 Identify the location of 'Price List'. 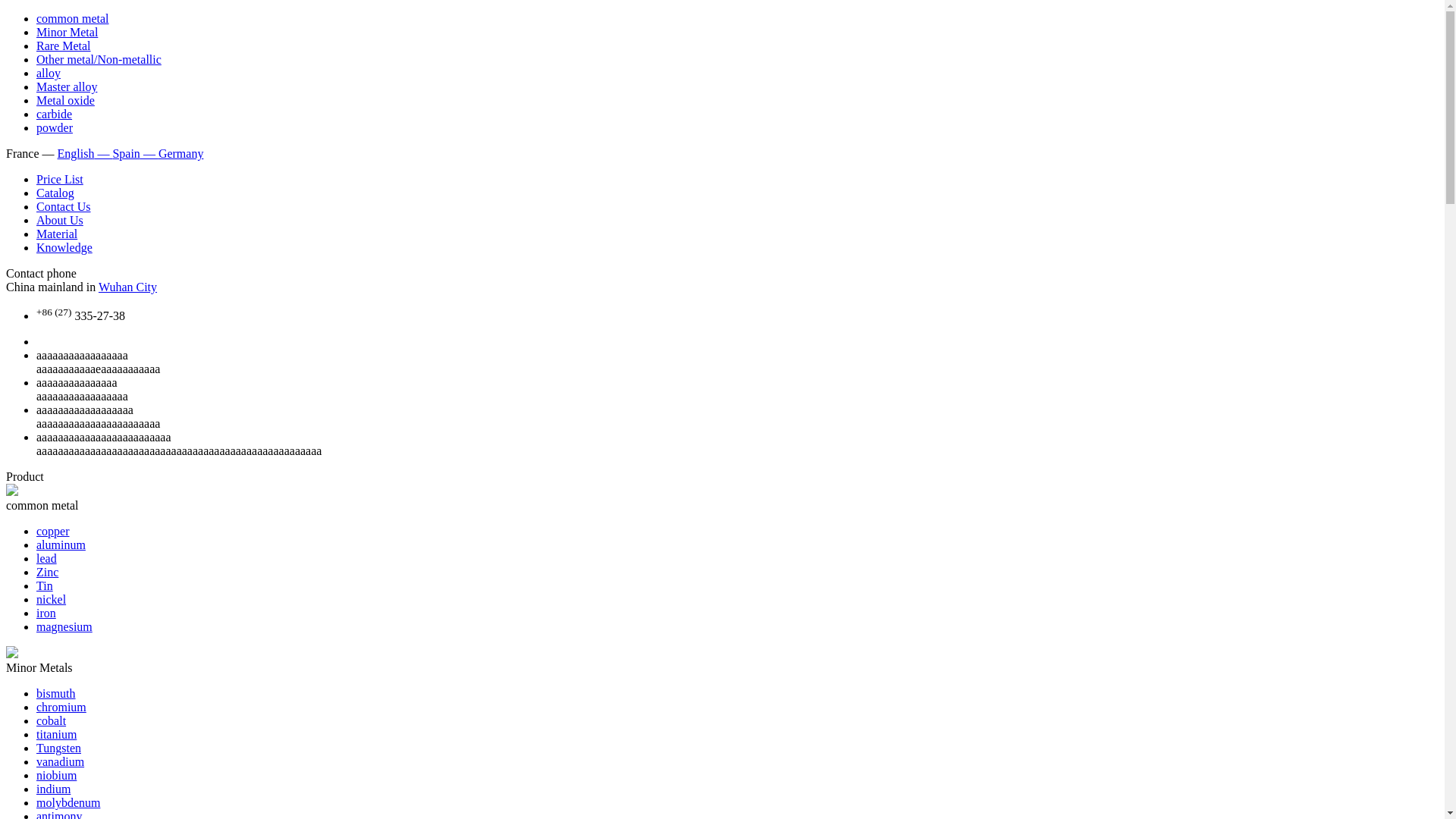
(59, 178).